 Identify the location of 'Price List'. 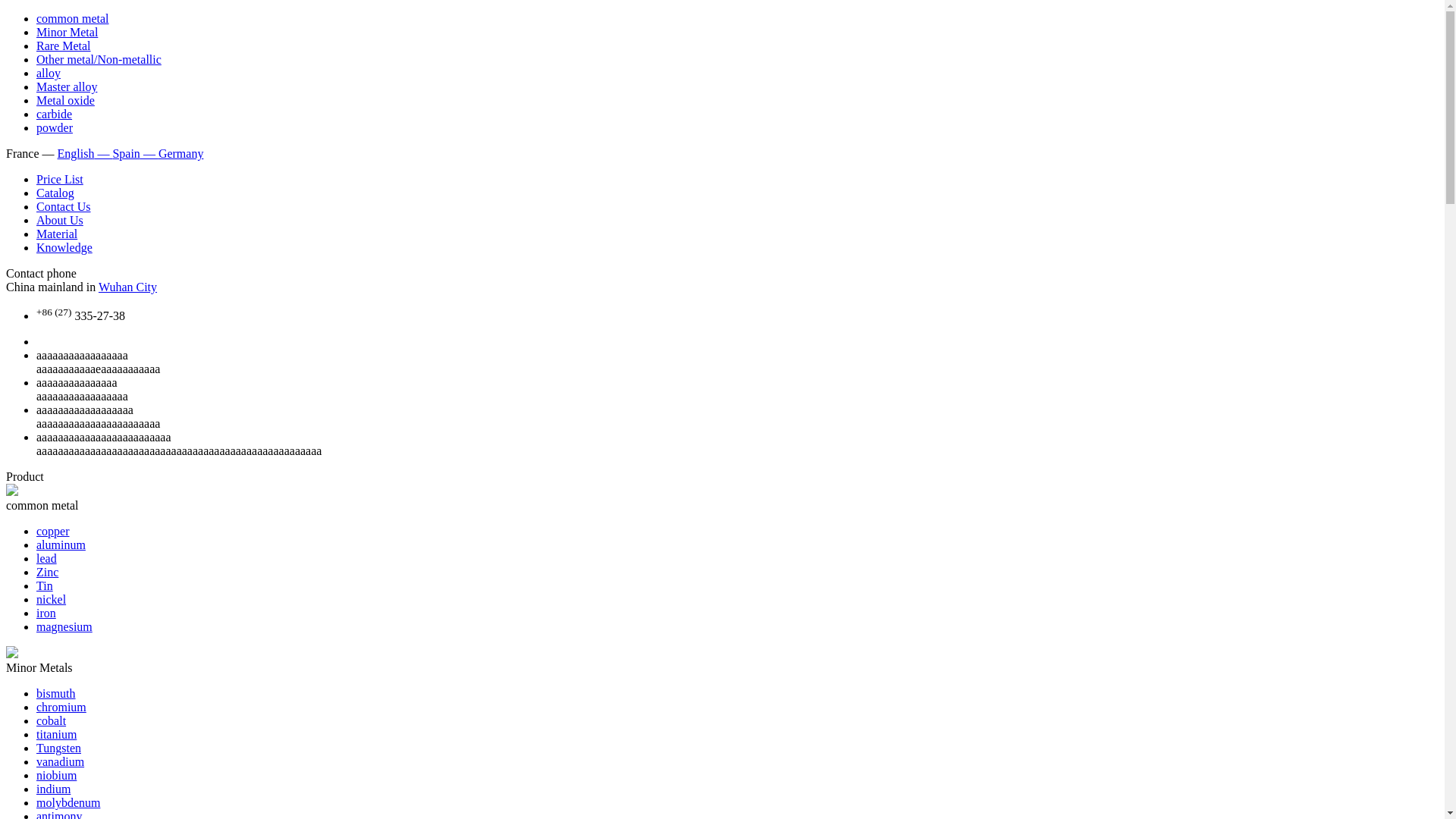
(59, 178).